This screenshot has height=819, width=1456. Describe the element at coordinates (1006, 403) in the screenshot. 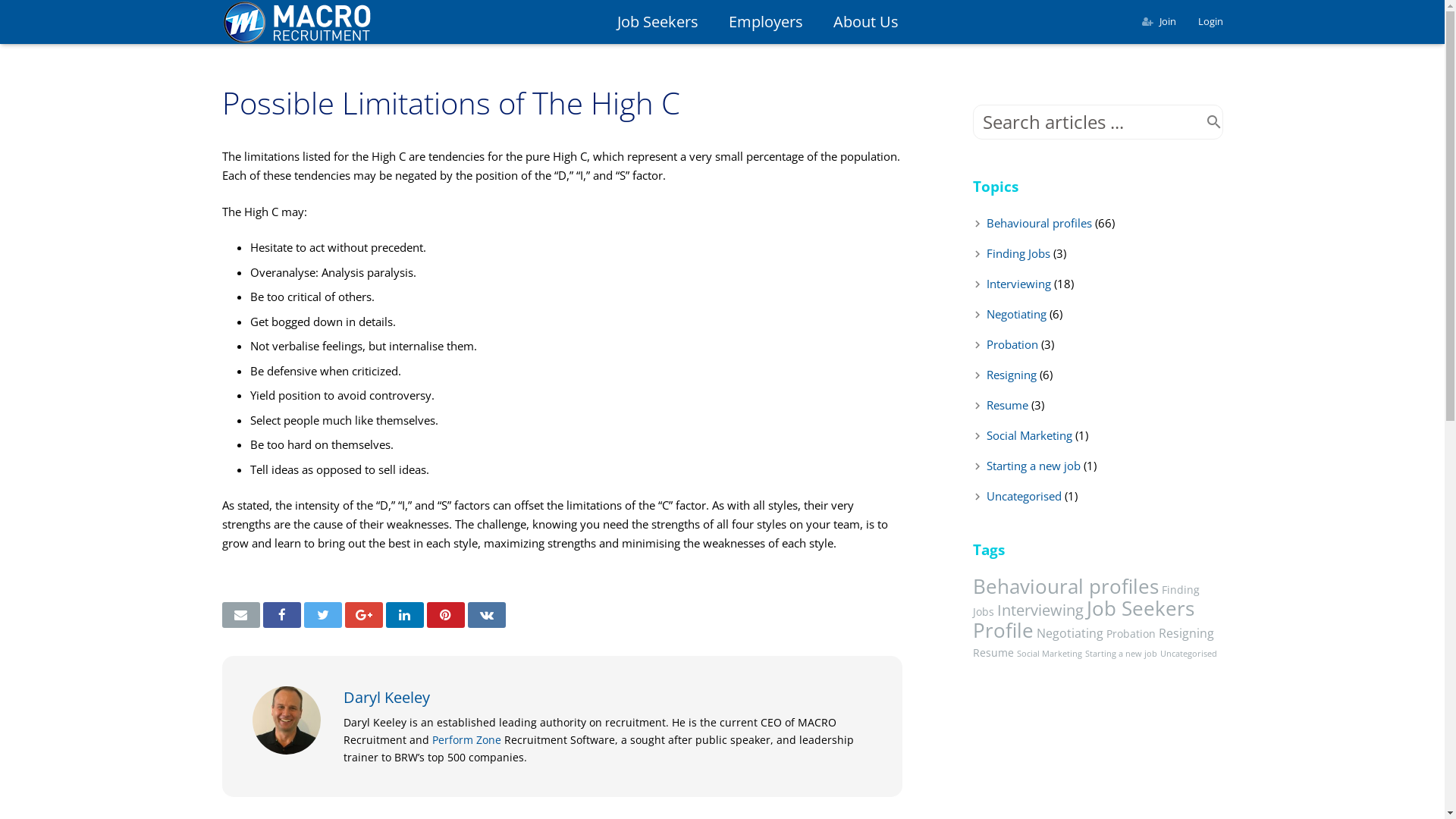

I see `'Resume'` at that location.